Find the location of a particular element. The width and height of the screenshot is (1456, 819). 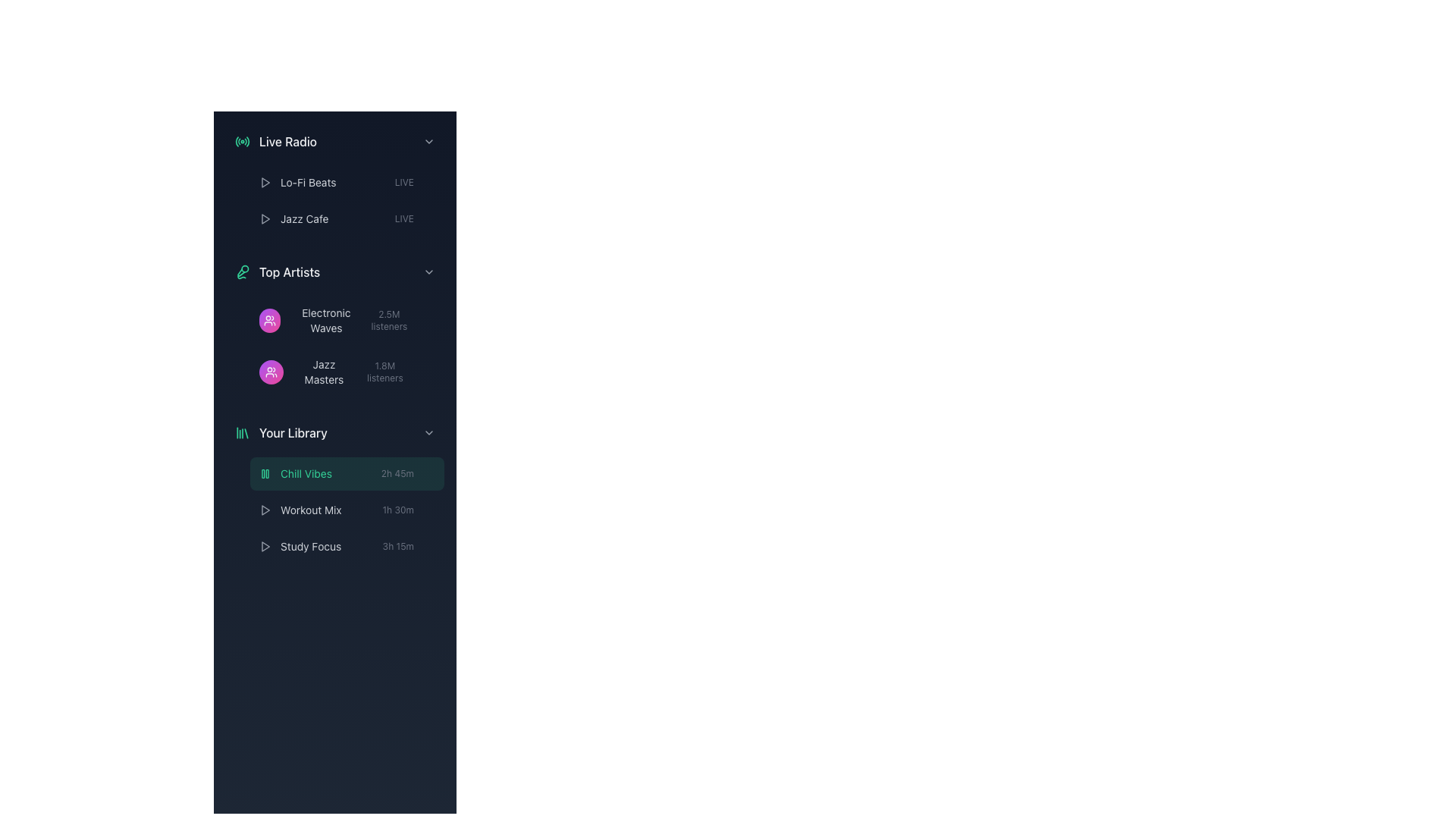

the first list item in the 'Top Artists' section to provide visual feedback before selecting it is located at coordinates (346, 320).